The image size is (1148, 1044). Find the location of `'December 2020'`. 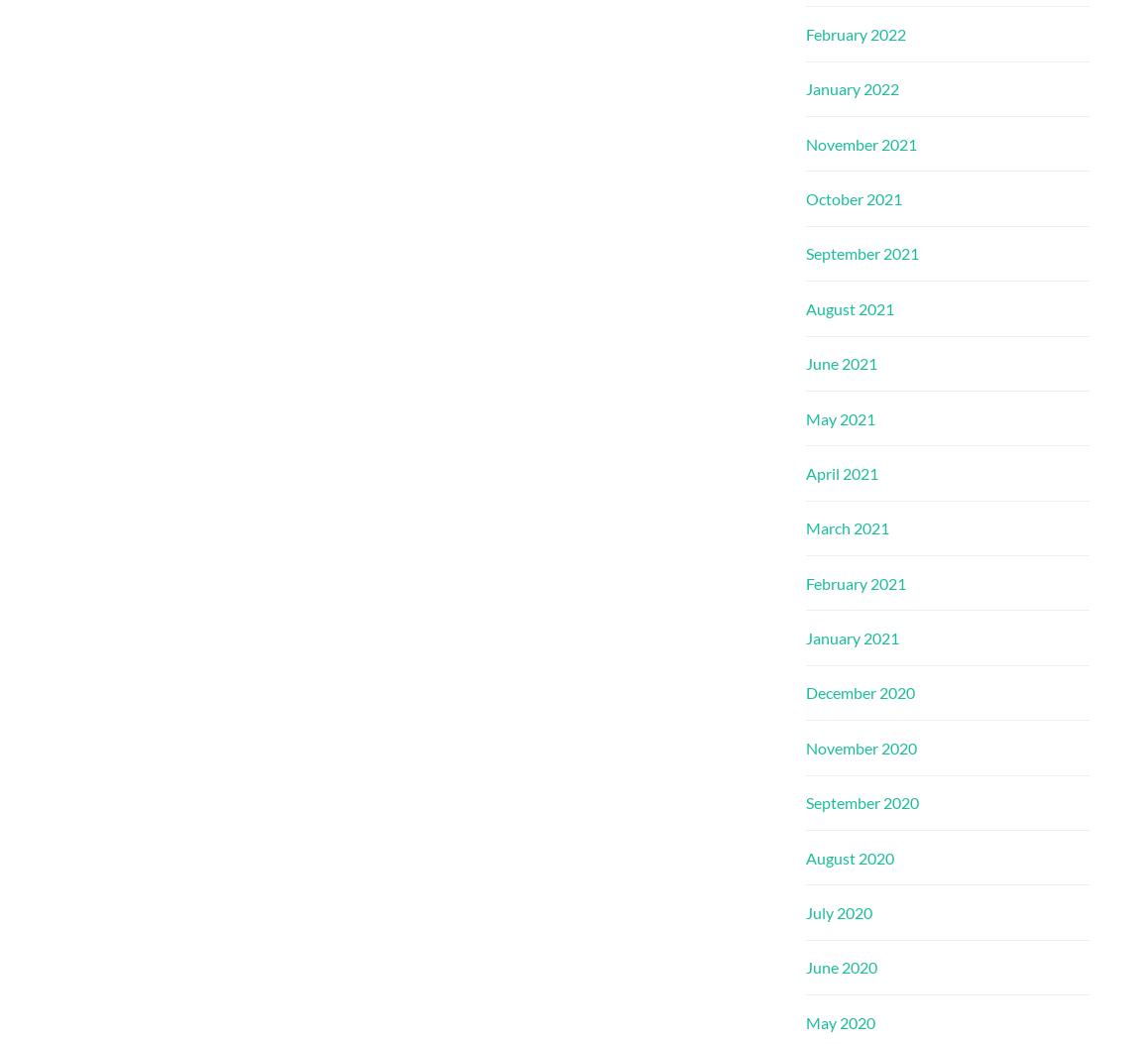

'December 2020' is located at coordinates (860, 692).